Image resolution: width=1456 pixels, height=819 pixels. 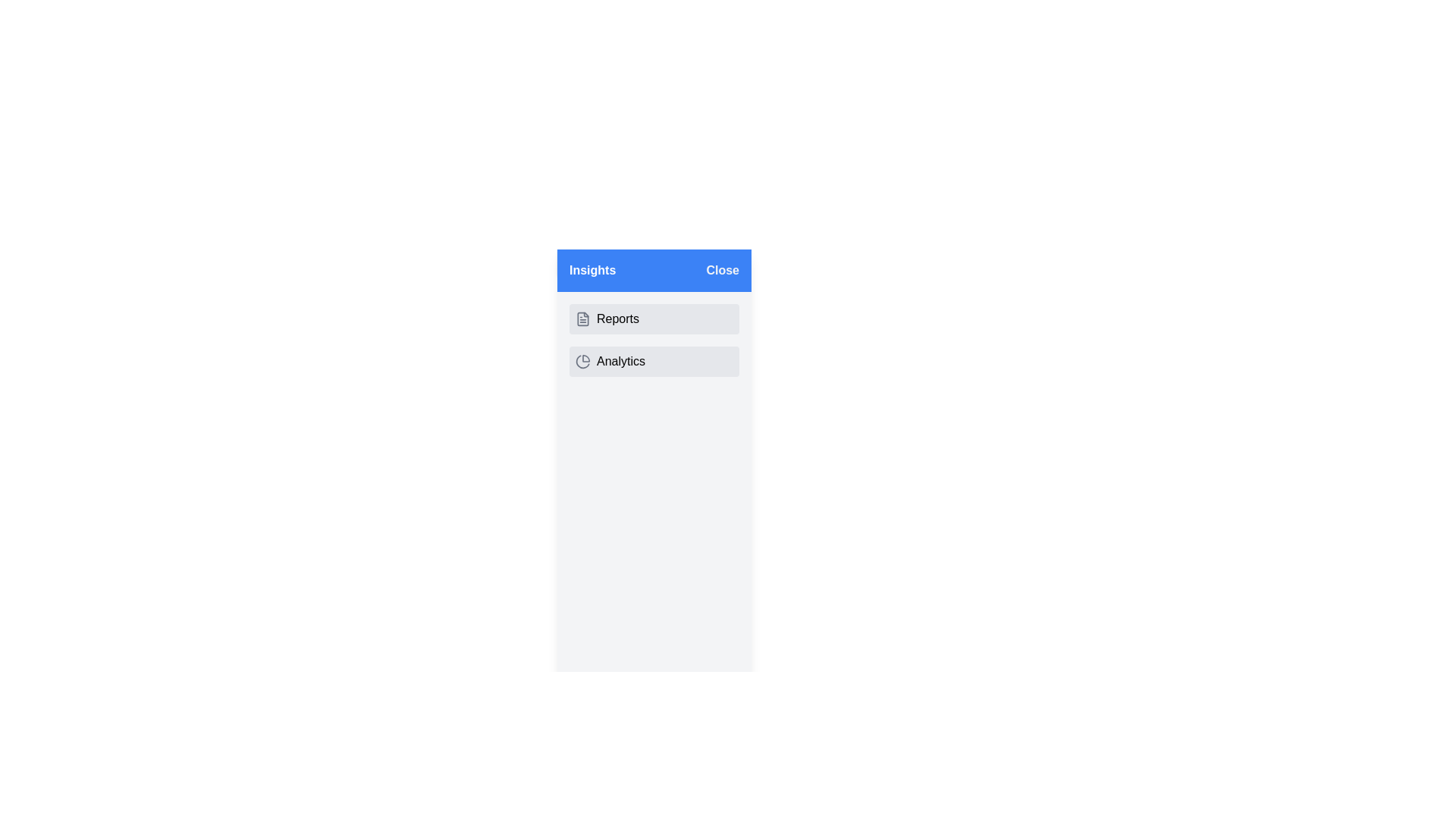 What do you see at coordinates (591, 270) in the screenshot?
I see `the 'Insights' text label displayed in white on the blue header bar at the top of the vertical panel` at bounding box center [591, 270].